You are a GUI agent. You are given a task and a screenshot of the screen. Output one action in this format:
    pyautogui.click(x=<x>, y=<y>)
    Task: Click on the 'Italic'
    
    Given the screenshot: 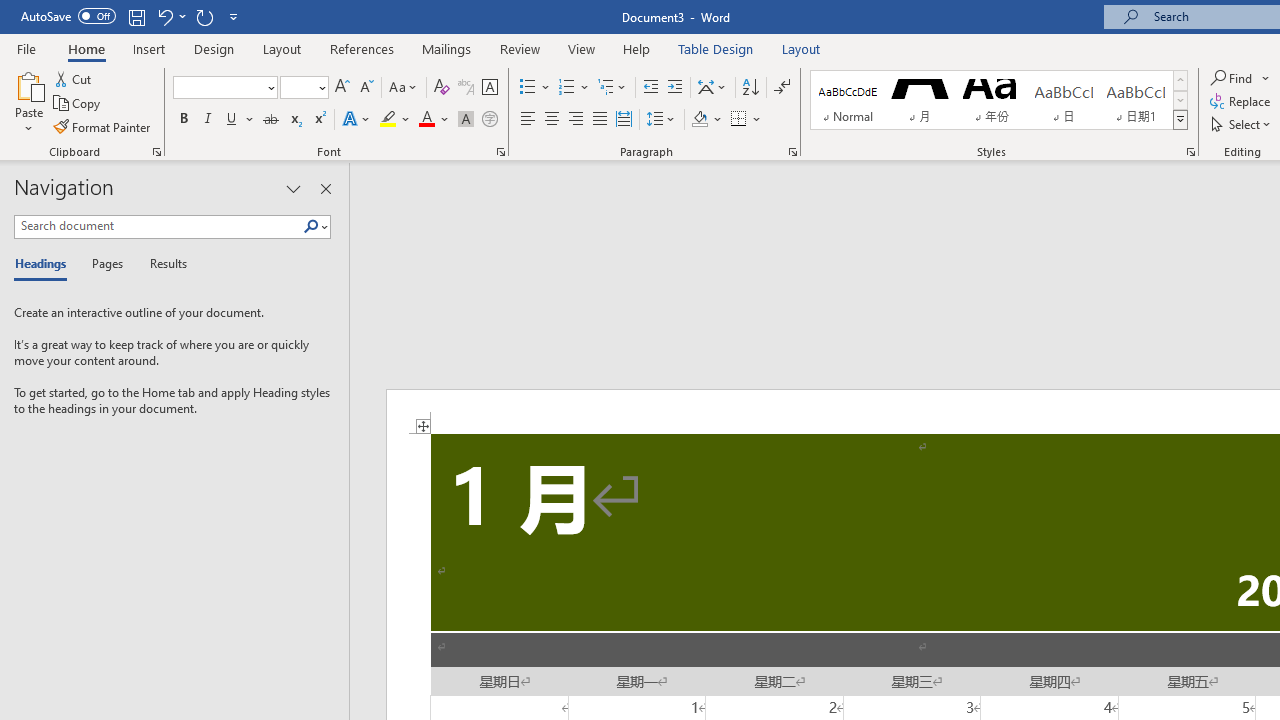 What is the action you would take?
    pyautogui.click(x=208, y=119)
    